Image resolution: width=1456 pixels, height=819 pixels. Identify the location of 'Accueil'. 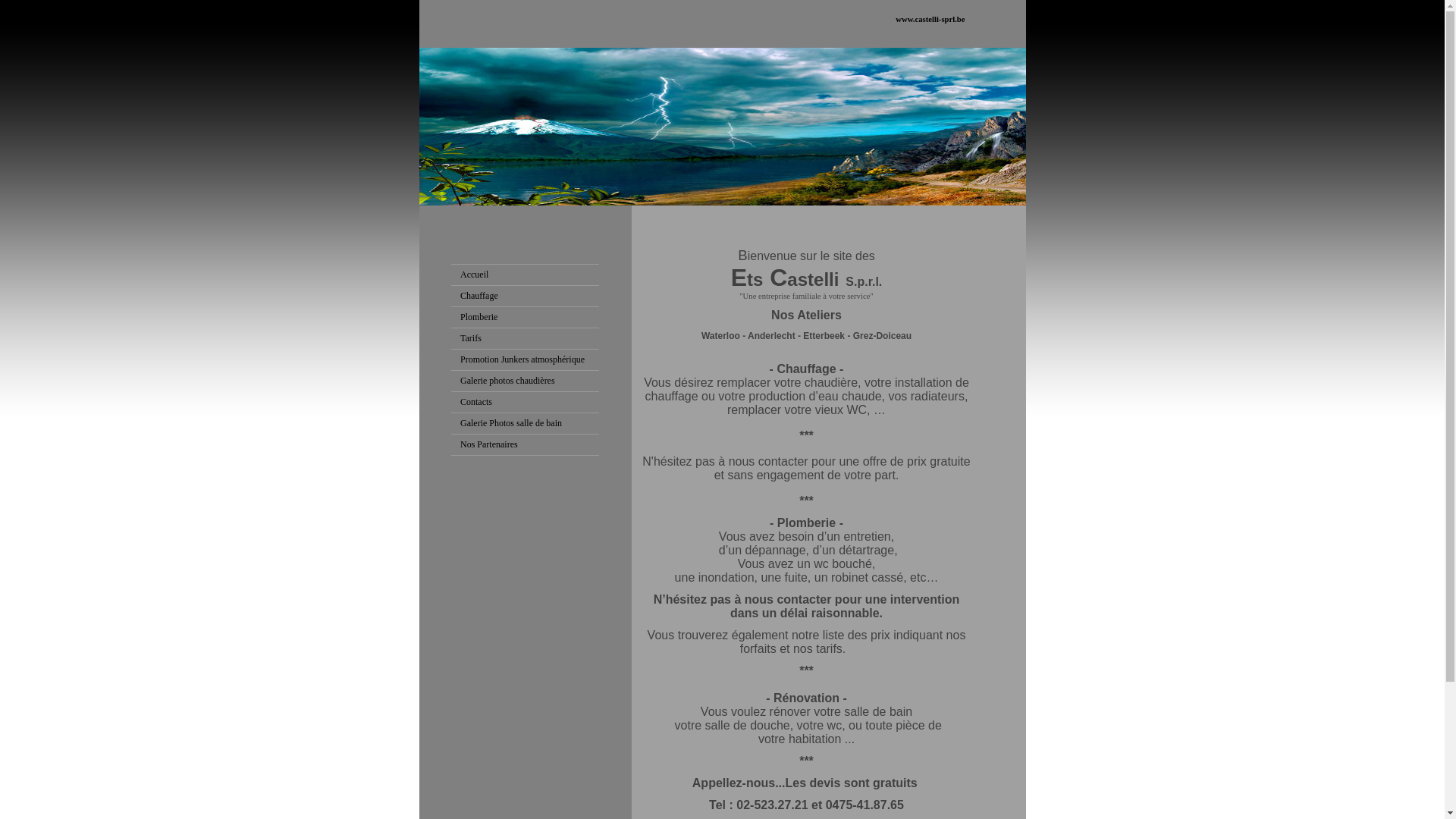
(459, 275).